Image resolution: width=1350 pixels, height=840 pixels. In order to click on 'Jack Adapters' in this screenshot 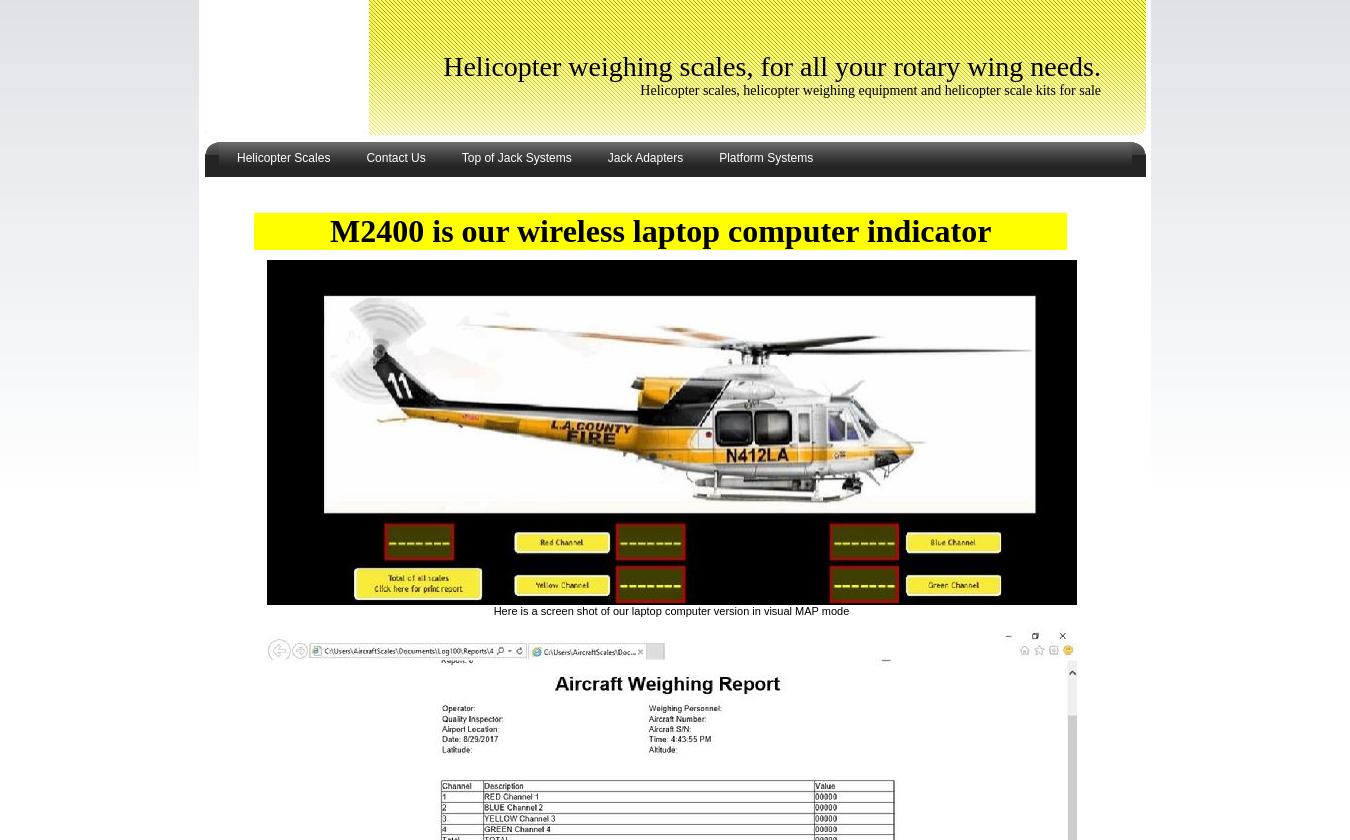, I will do `click(606, 158)`.